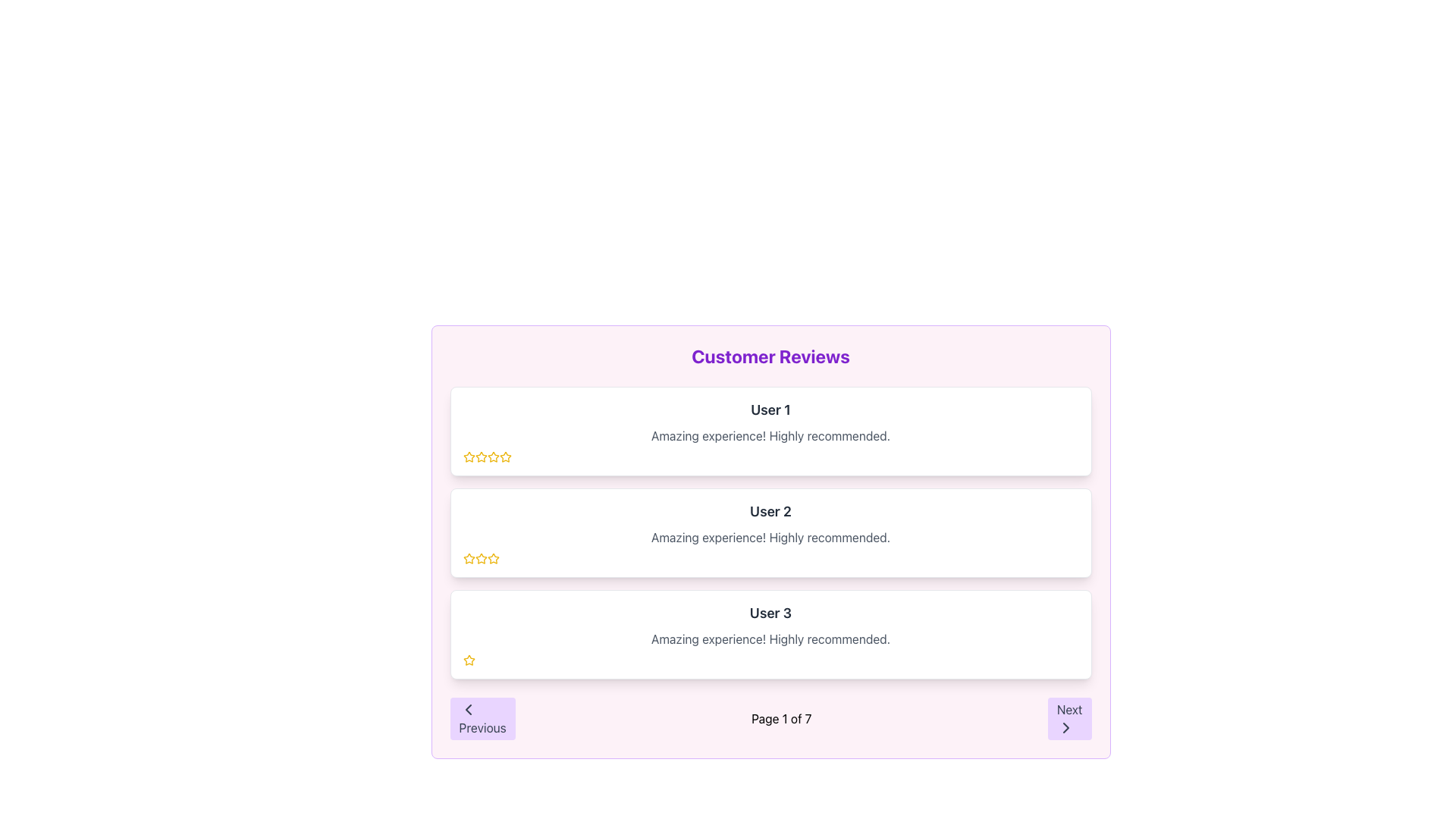  Describe the element at coordinates (770, 718) in the screenshot. I see `central text 'Page 1 of 7' from the Pagination control located at the bottom of the 'Customer Reviews' section` at that location.